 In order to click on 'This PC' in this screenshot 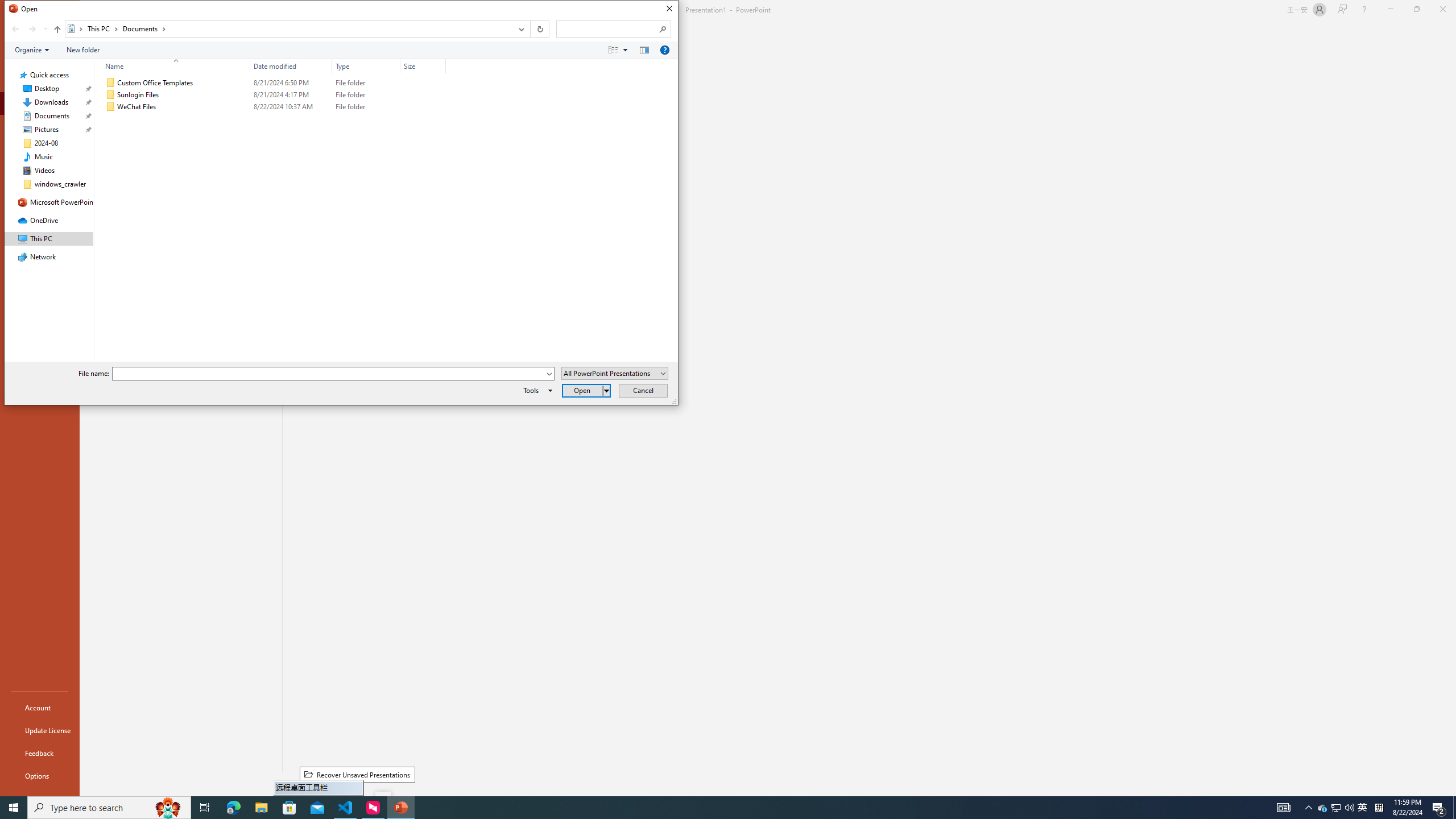, I will do `click(102, 28)`.